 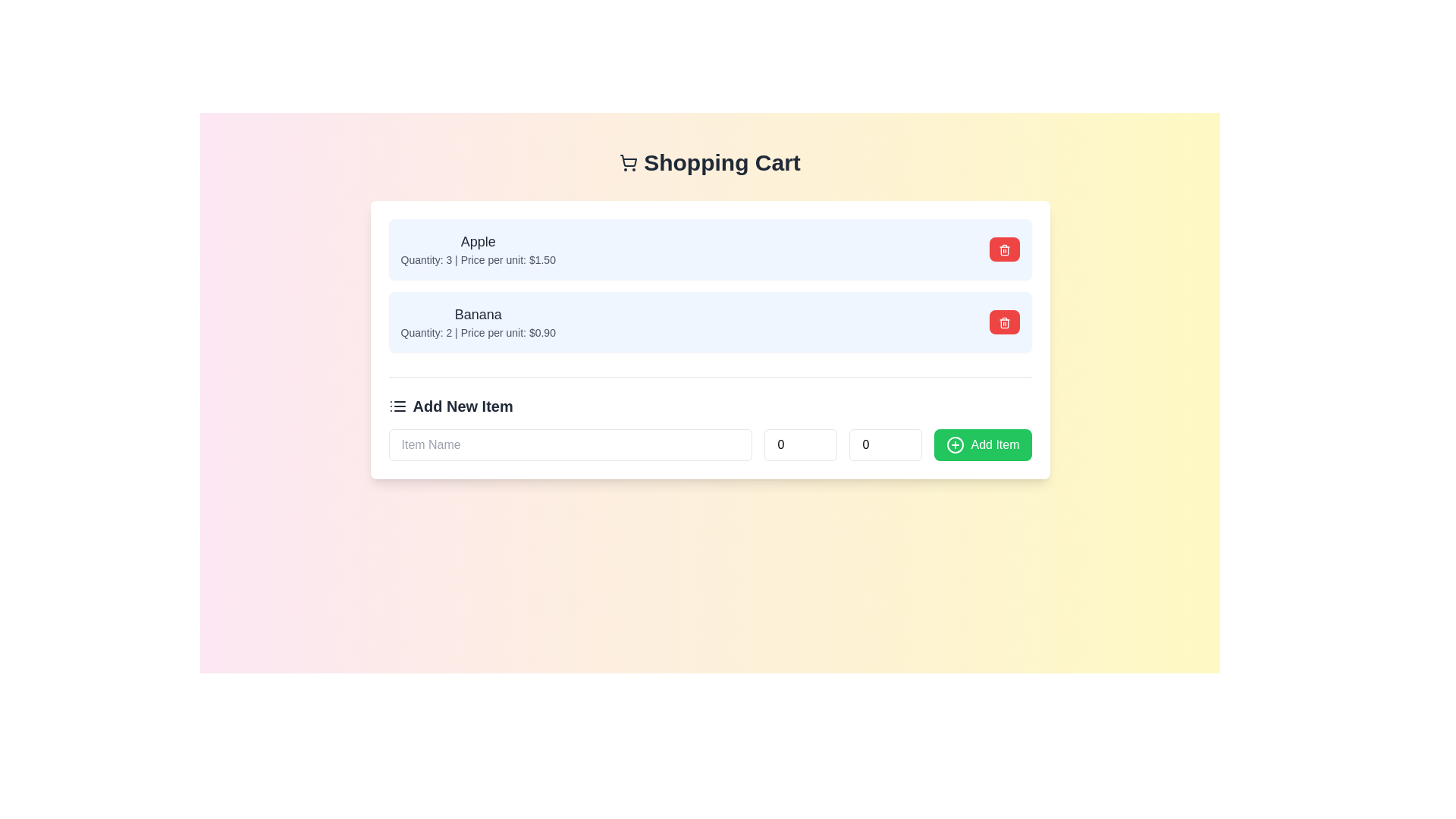 What do you see at coordinates (800, 444) in the screenshot?
I see `the numeric input field labeled 'Quantity' to focus on it` at bounding box center [800, 444].